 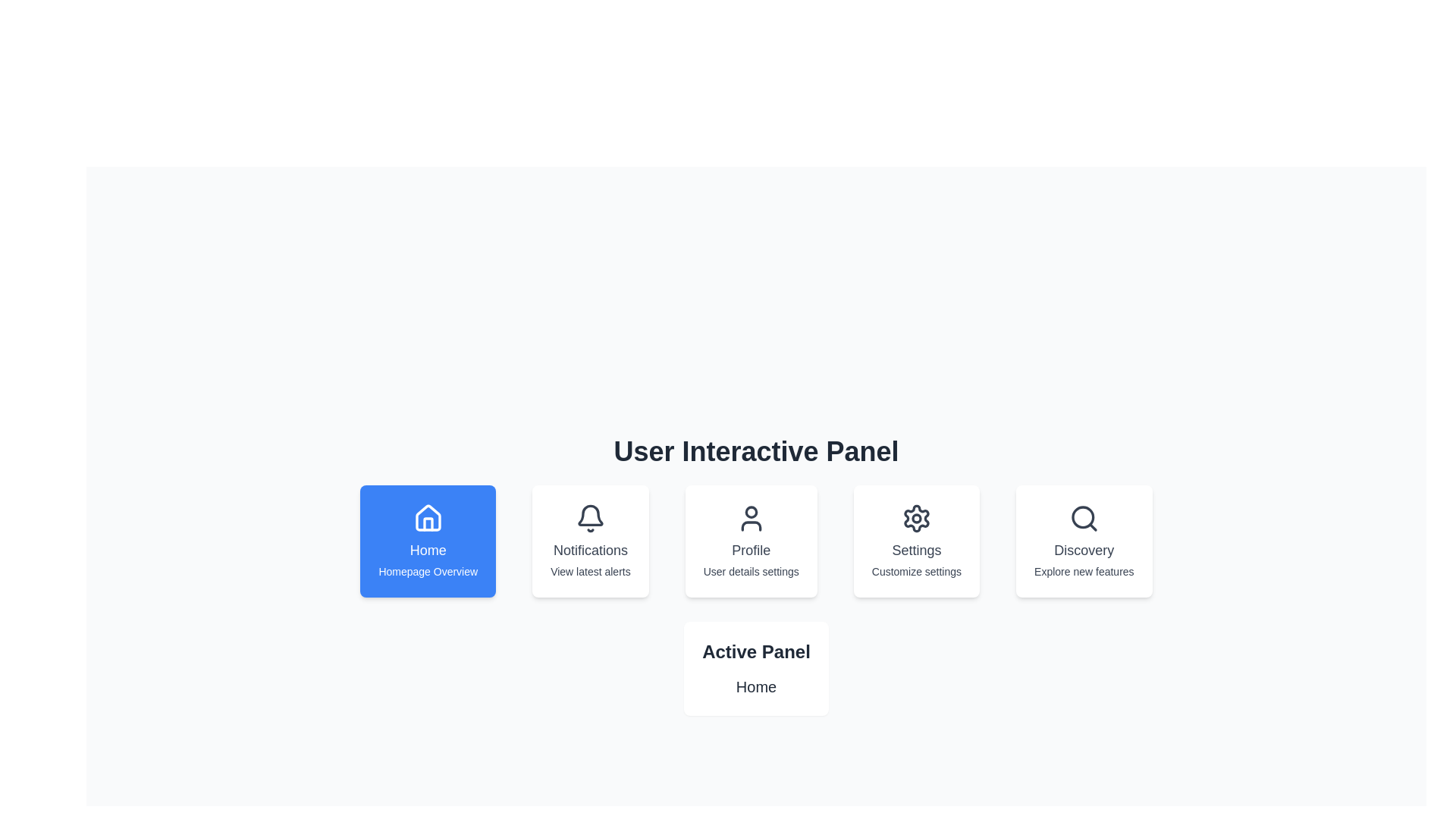 What do you see at coordinates (427, 540) in the screenshot?
I see `the navigation card located in the top-left corner of the horizontally aligned group of options` at bounding box center [427, 540].